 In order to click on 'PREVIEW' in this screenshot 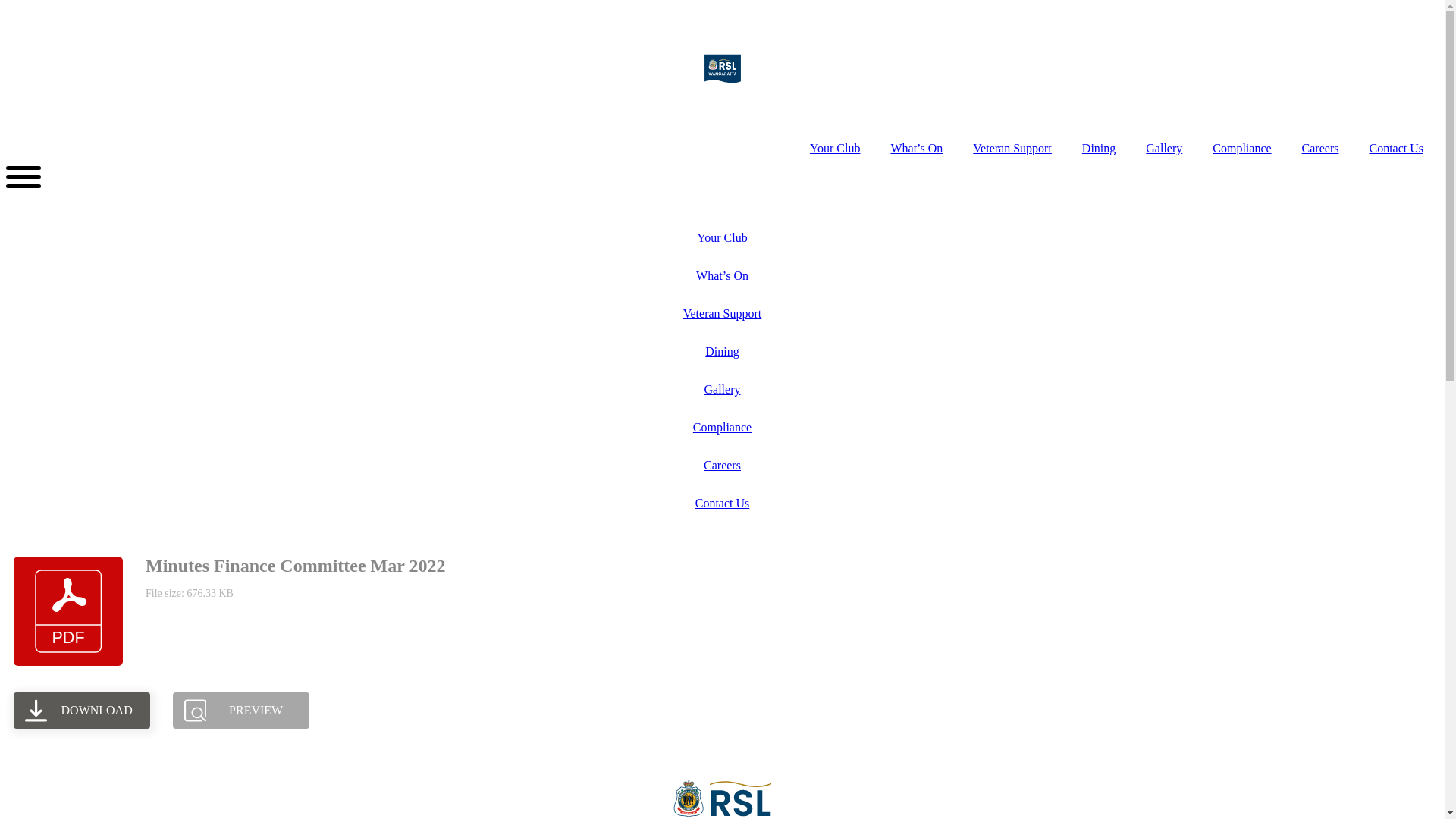, I will do `click(240, 711)`.